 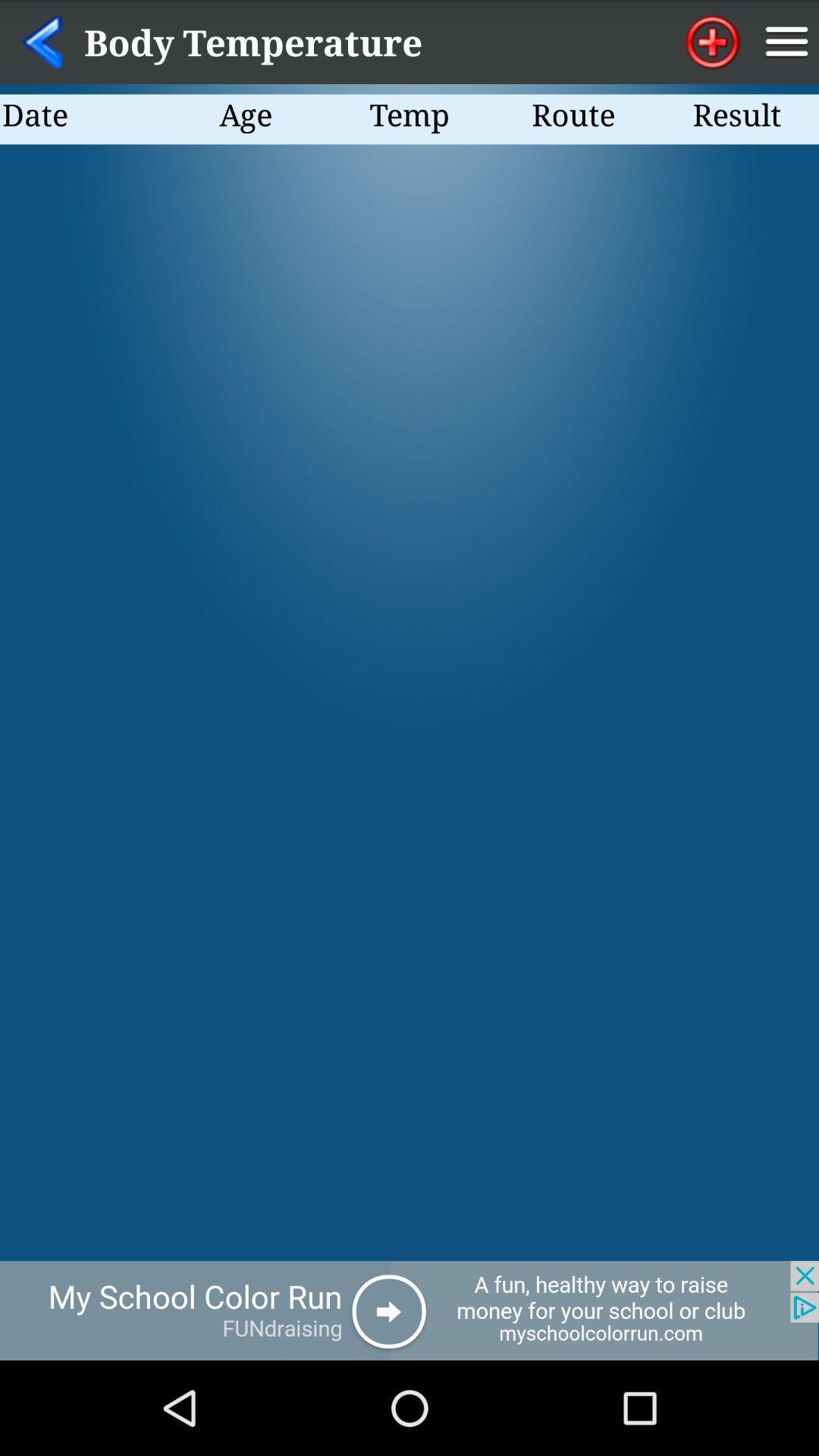 What do you see at coordinates (41, 42) in the screenshot?
I see `it is go previous page element` at bounding box center [41, 42].